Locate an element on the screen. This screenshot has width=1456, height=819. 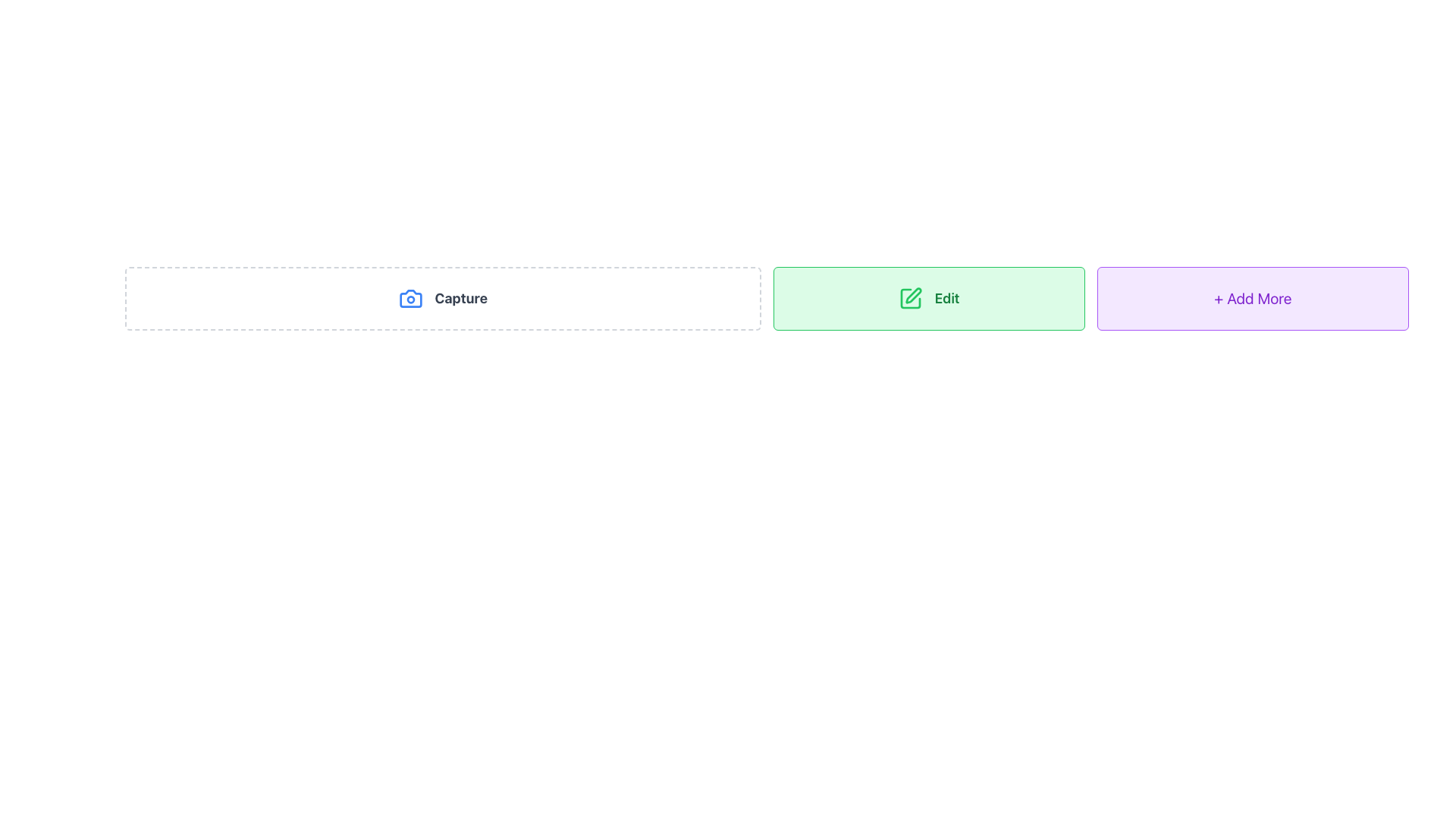
the 'Edit' button, which is the second interactive block in a horizontal layout, positioned between 'Capture' and '+ Add More' is located at coordinates (928, 298).